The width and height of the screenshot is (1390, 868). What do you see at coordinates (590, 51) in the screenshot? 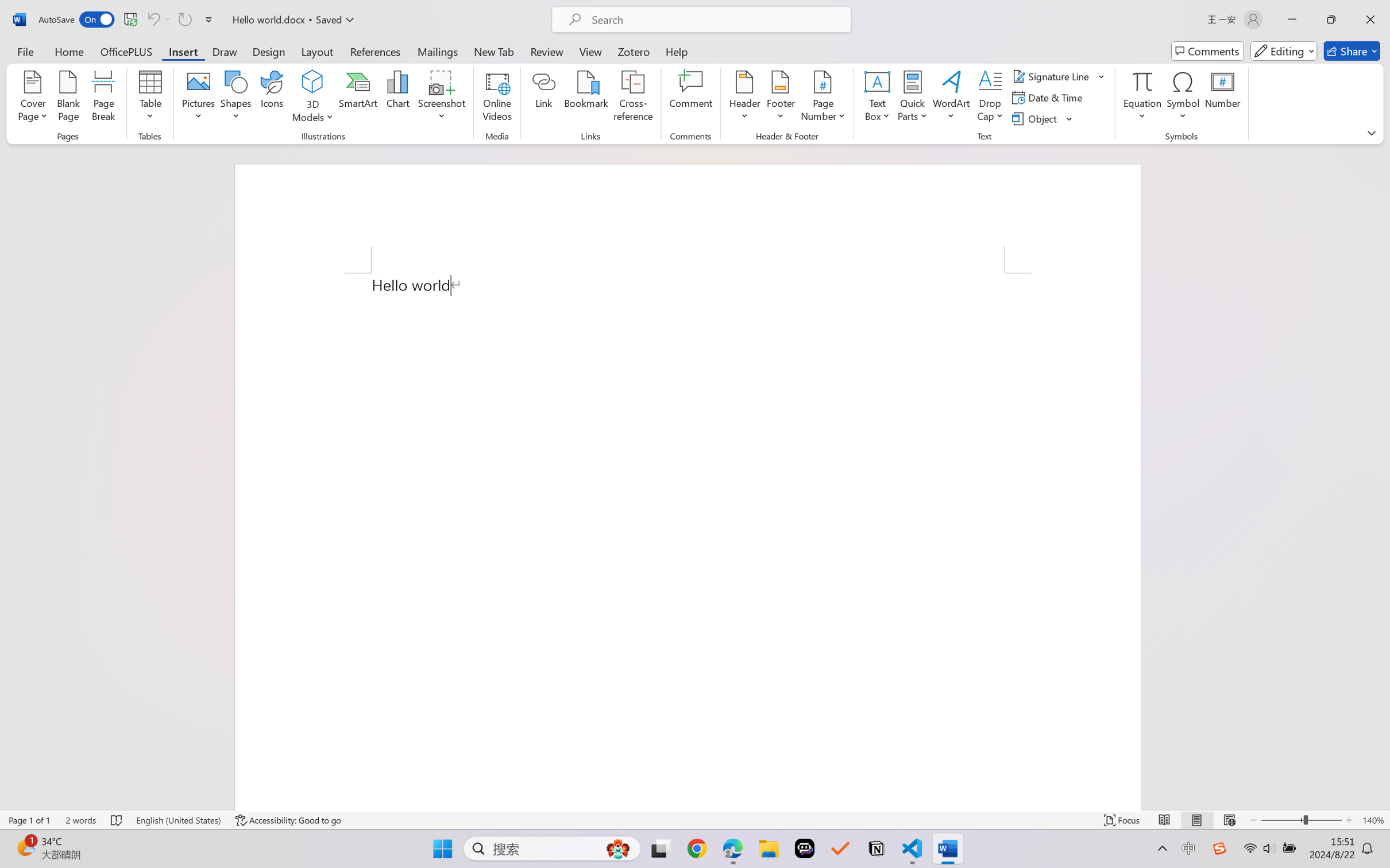
I see `'View'` at bounding box center [590, 51].